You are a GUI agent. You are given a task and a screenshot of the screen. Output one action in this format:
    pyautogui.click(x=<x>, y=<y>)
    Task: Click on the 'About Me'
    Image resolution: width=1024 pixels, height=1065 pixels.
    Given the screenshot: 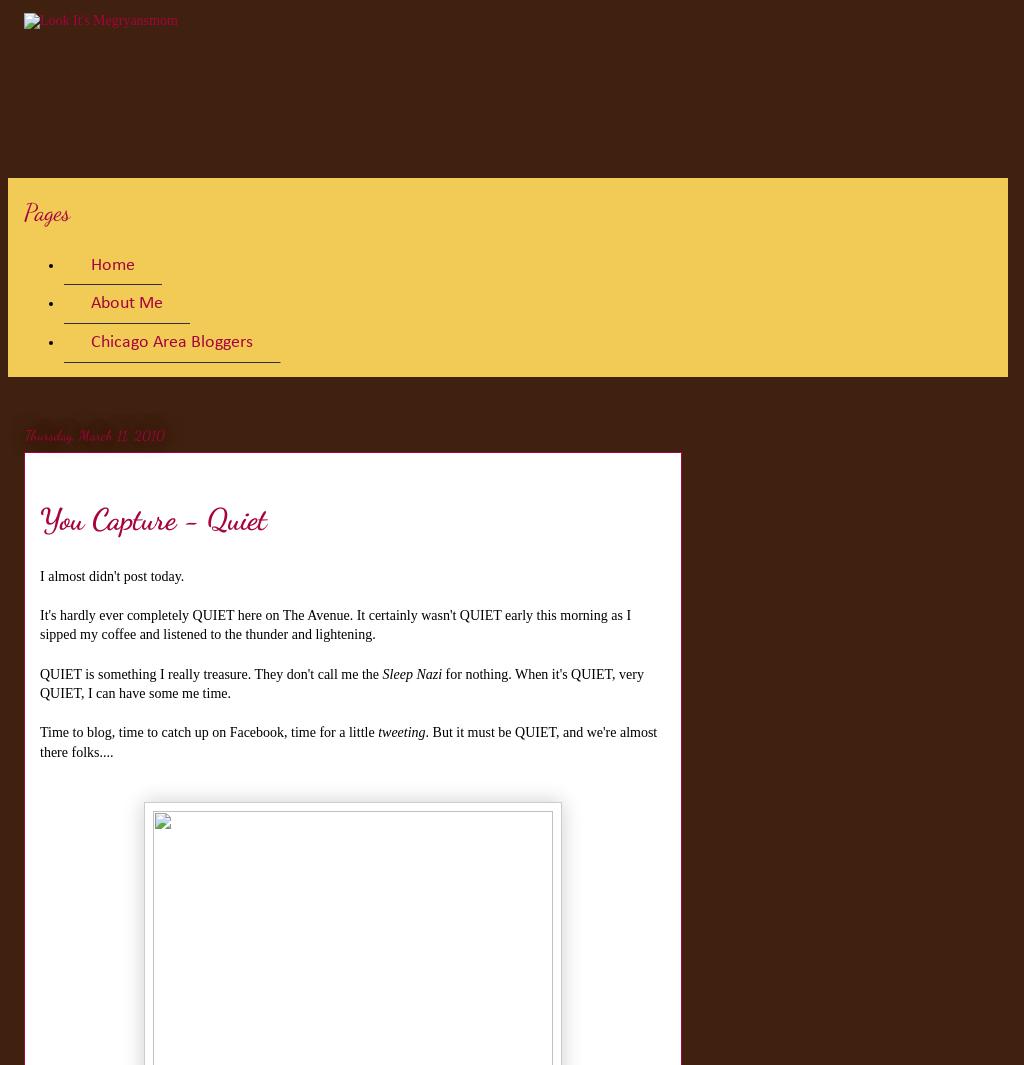 What is the action you would take?
    pyautogui.click(x=126, y=302)
    